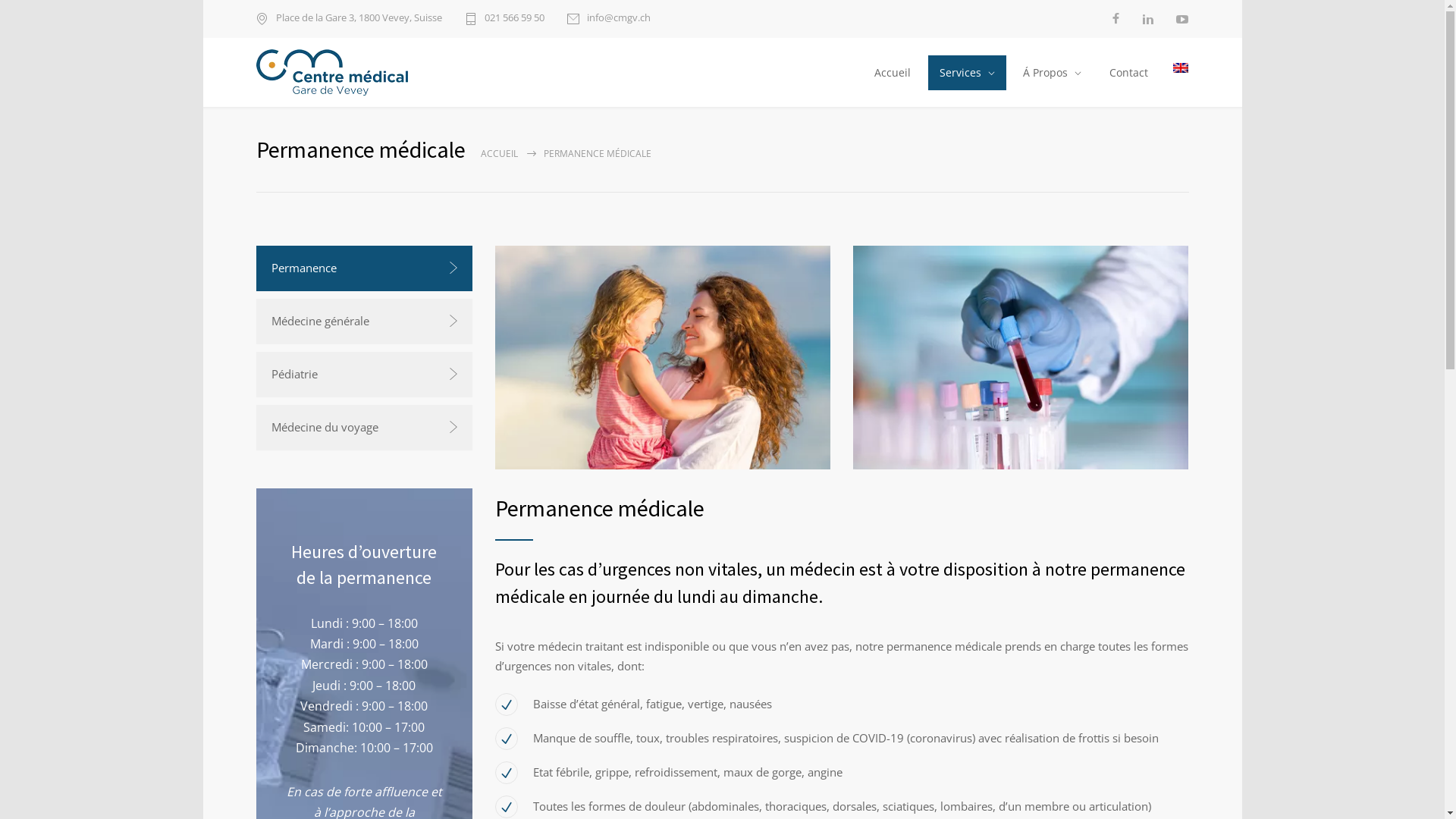  I want to click on 'info@cmgv.ch', so click(608, 18).